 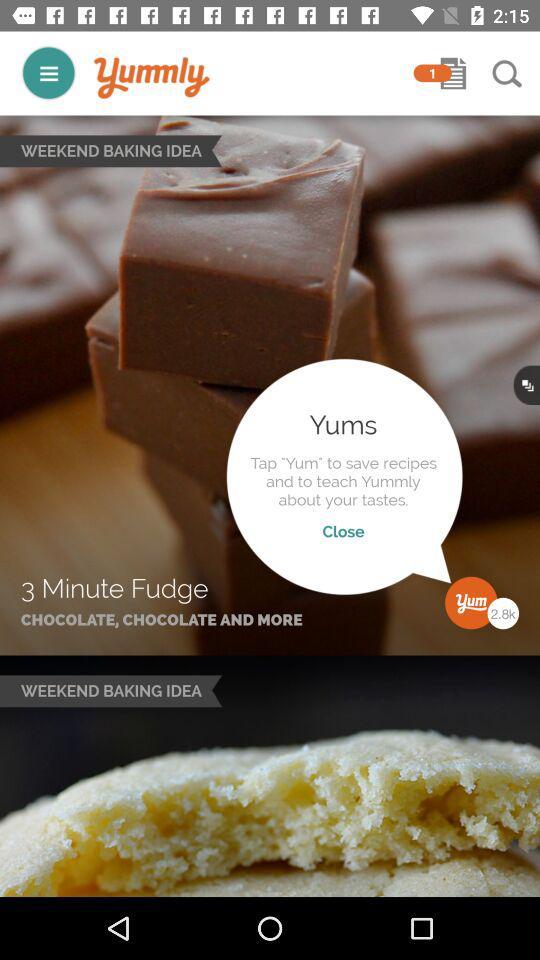 What do you see at coordinates (453, 73) in the screenshot?
I see `new massage` at bounding box center [453, 73].